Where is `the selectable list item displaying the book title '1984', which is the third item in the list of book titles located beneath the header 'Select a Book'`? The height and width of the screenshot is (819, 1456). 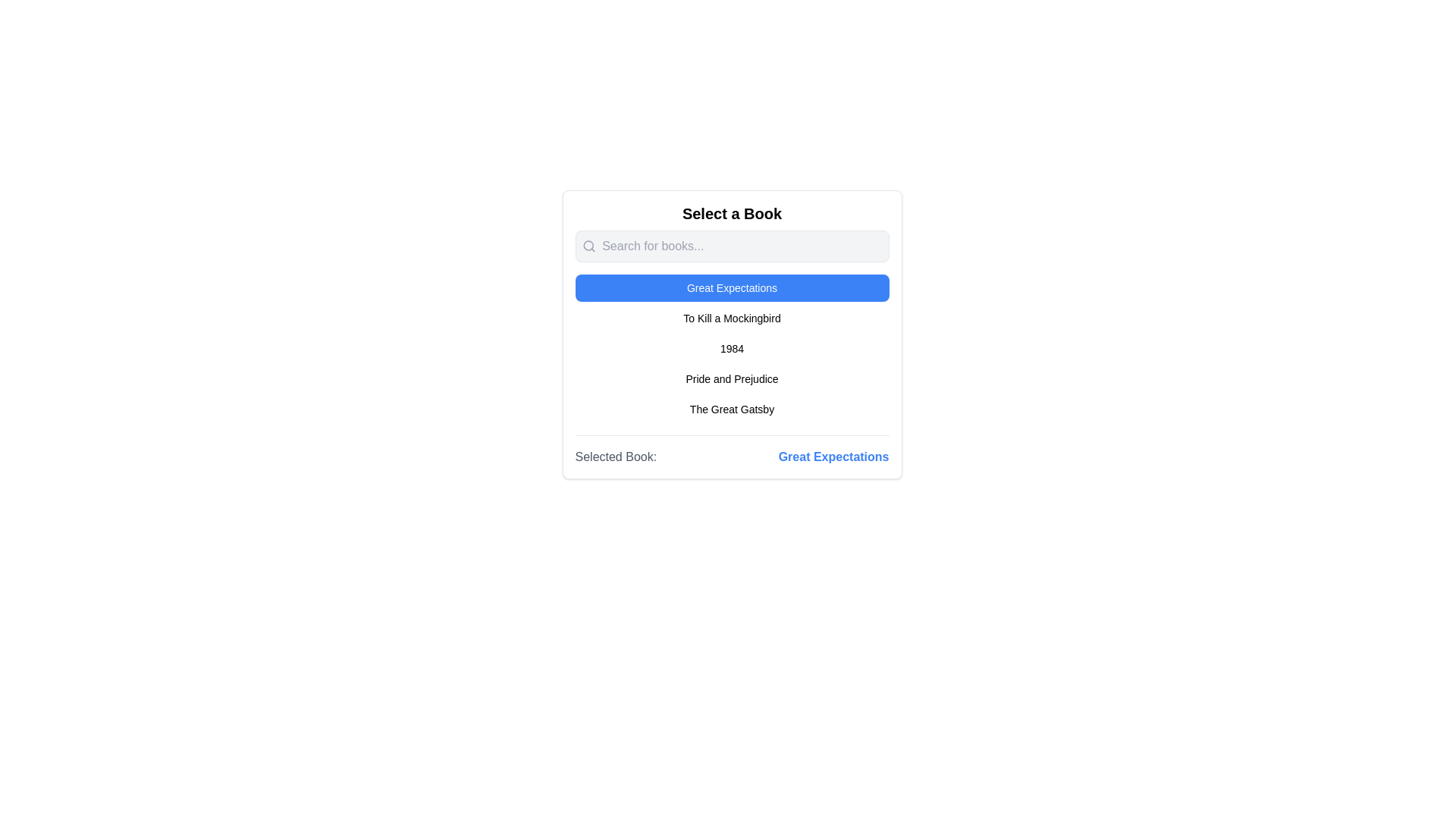 the selectable list item displaying the book title '1984', which is the third item in the list of book titles located beneath the header 'Select a Book' is located at coordinates (732, 348).